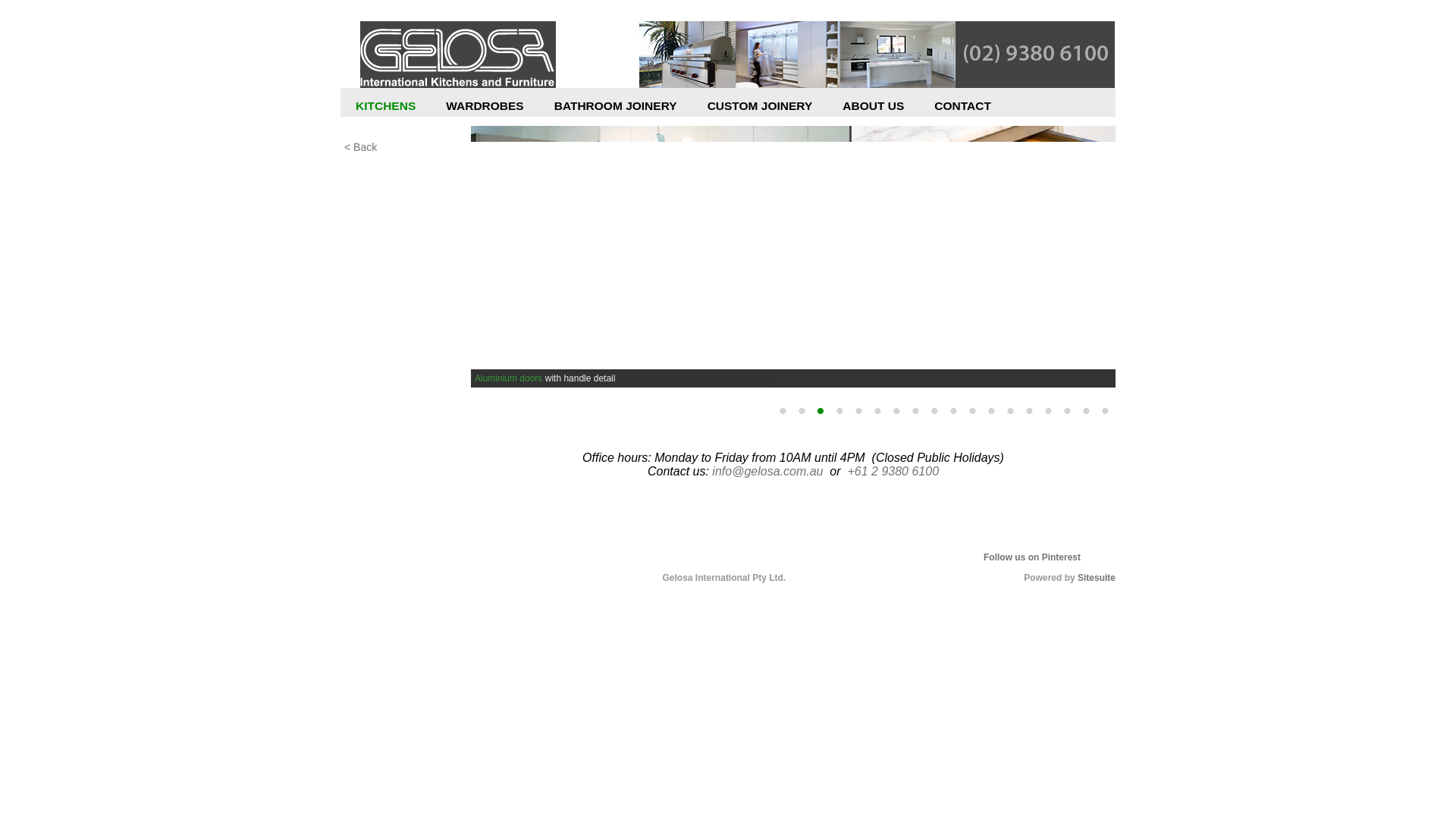 Image resolution: width=1456 pixels, height=819 pixels. Describe the element at coordinates (877, 411) in the screenshot. I see `'6'` at that location.